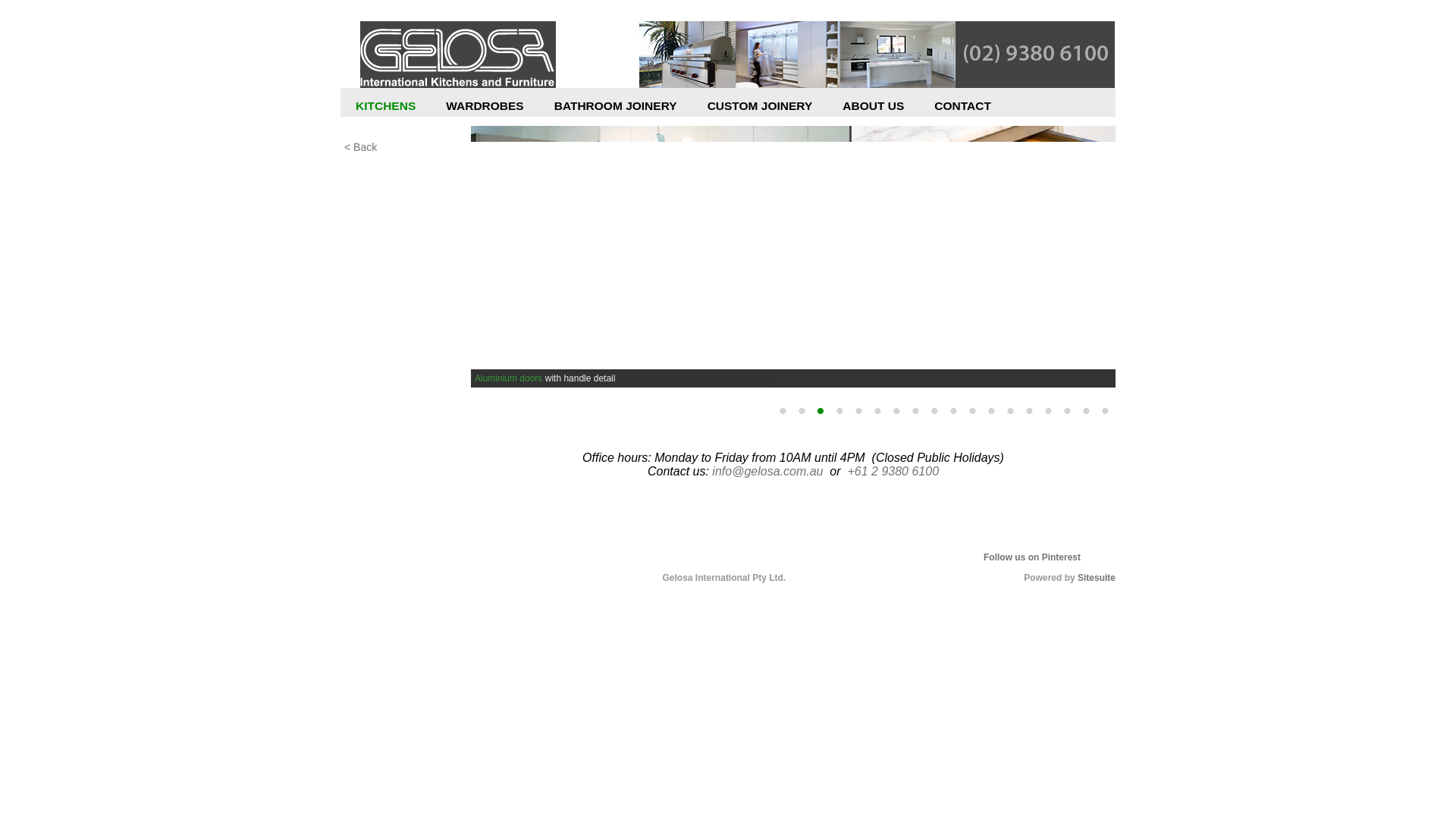 Image resolution: width=1456 pixels, height=819 pixels. Describe the element at coordinates (877, 411) in the screenshot. I see `'6'` at that location.